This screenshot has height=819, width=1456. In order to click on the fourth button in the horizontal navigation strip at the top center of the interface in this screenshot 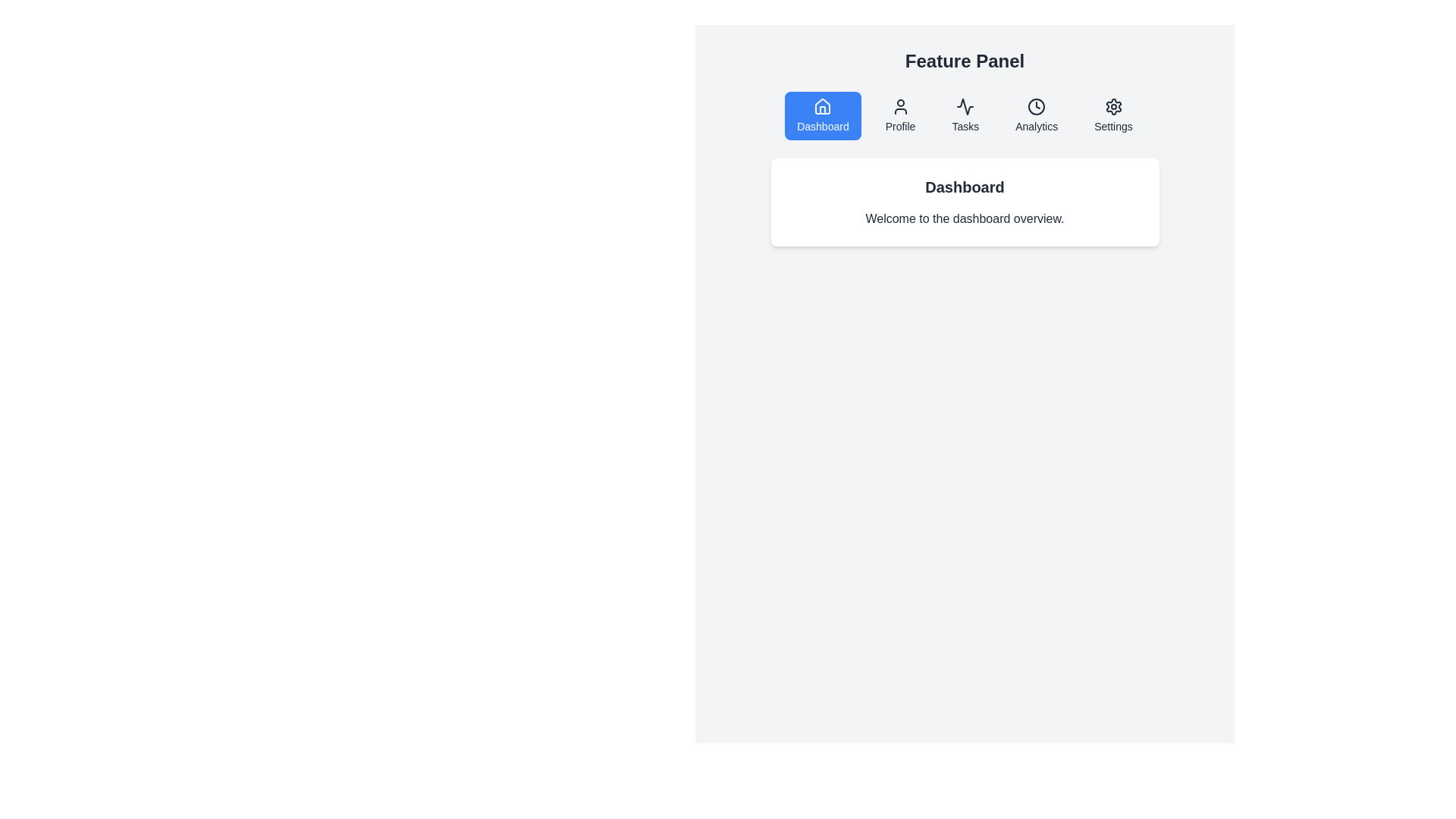, I will do `click(1036, 115)`.